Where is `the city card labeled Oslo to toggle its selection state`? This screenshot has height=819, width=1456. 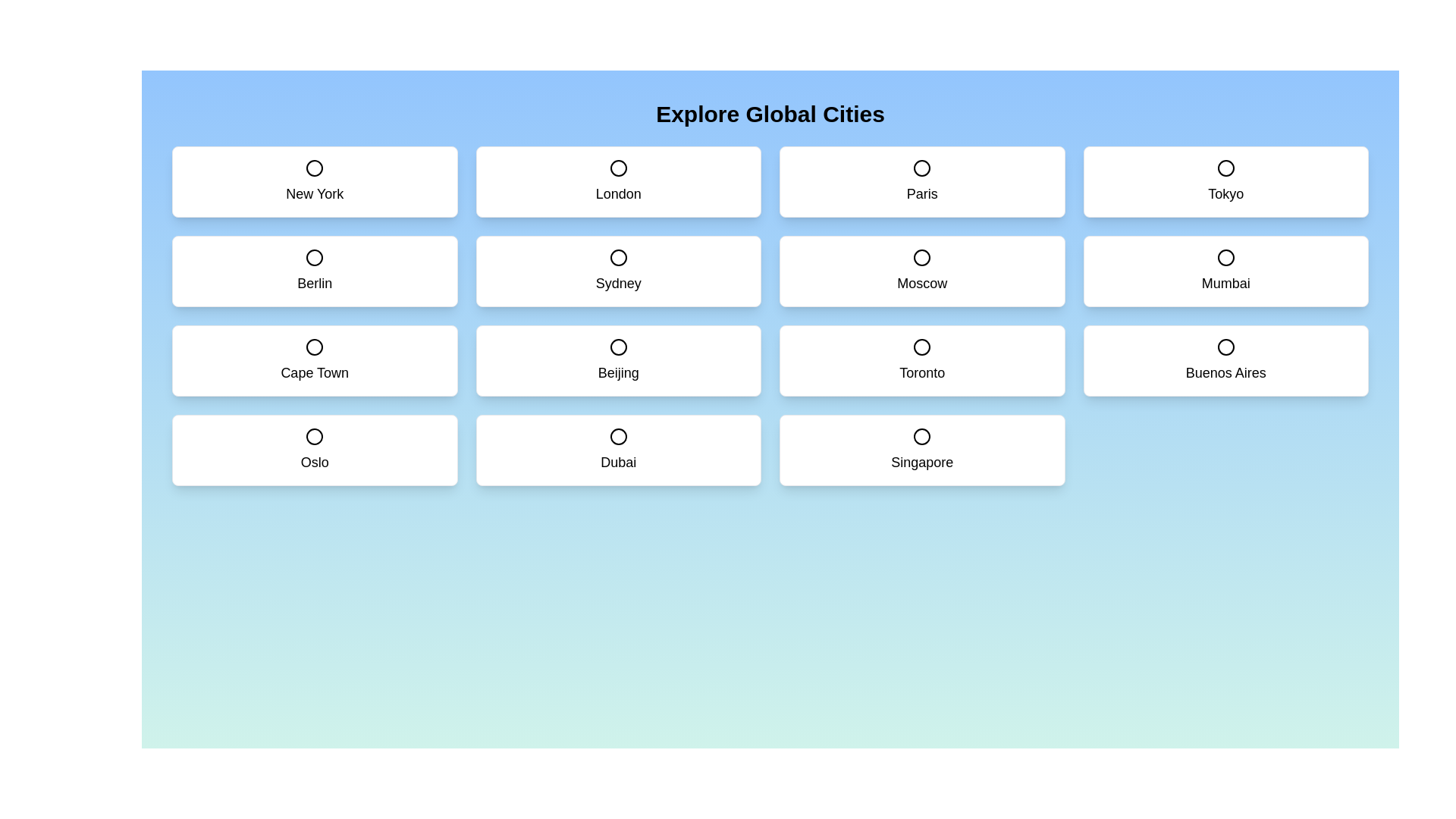
the city card labeled Oslo to toggle its selection state is located at coordinates (314, 450).